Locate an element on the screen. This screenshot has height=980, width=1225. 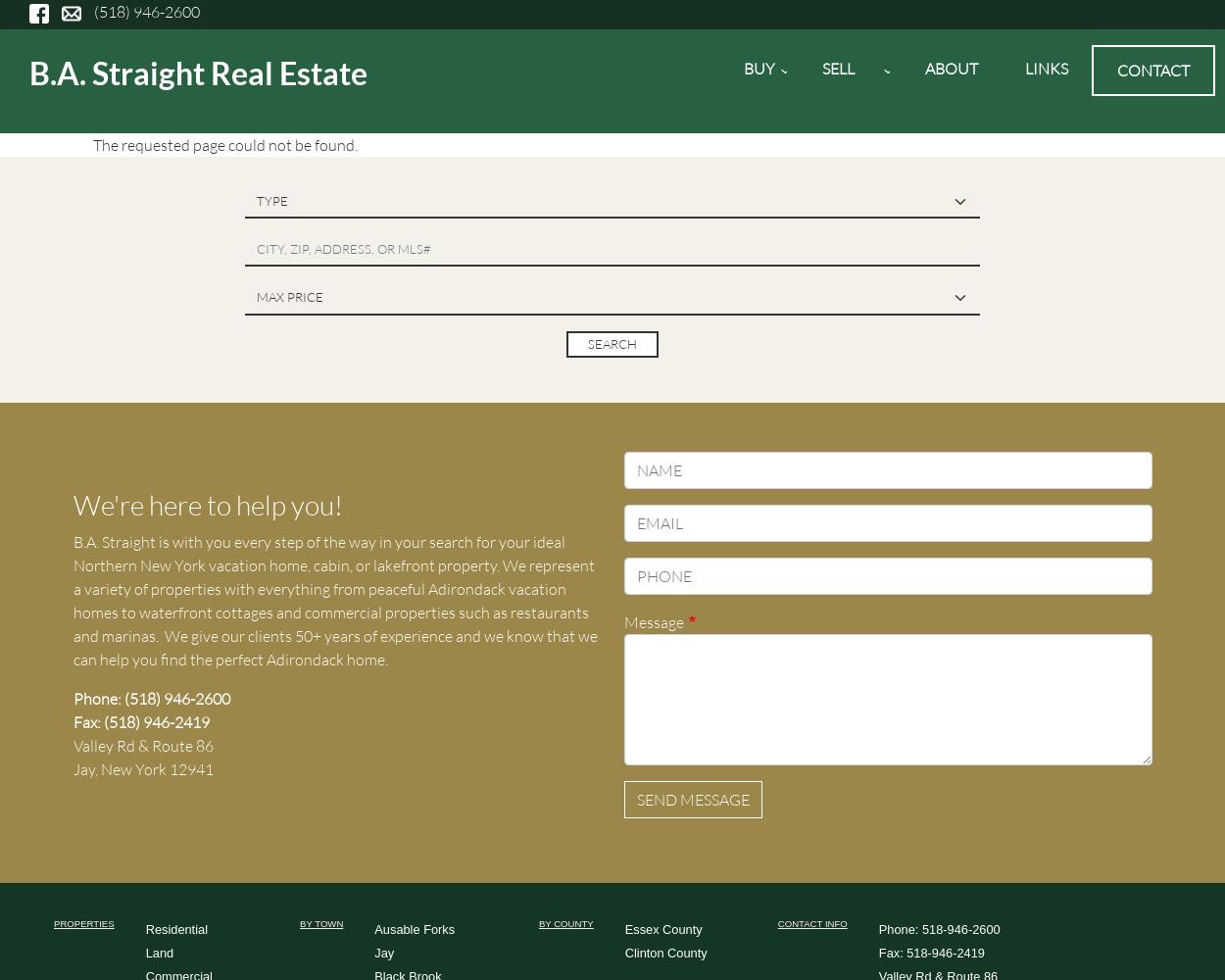
'We're here to help you!' is located at coordinates (206, 505).